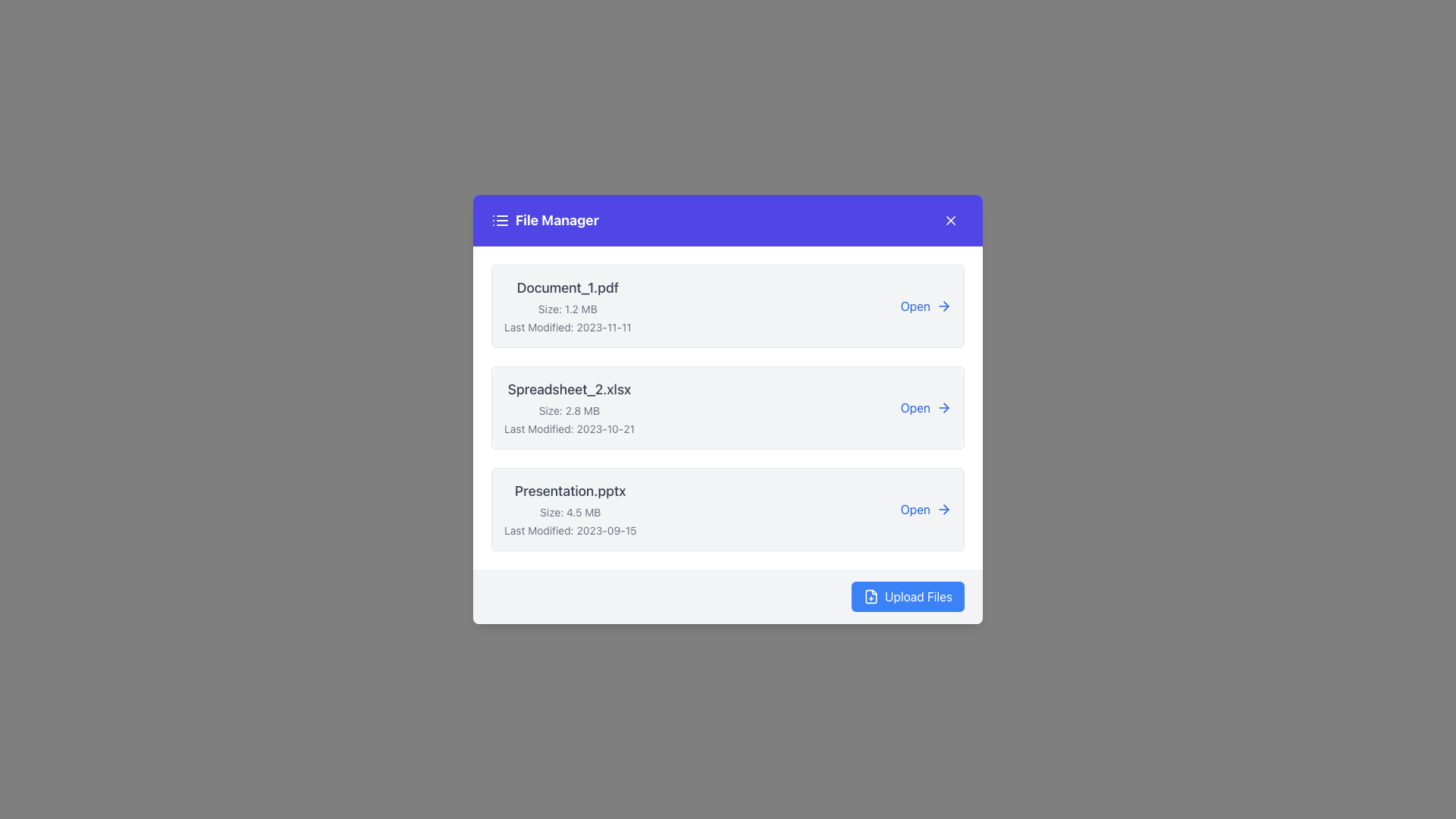 The height and width of the screenshot is (819, 1456). I want to click on the 'close' button located in the top-right corner of the purple header bar labeled 'File Manager', which allows users to exit or dismiss the file manager, so click(949, 220).